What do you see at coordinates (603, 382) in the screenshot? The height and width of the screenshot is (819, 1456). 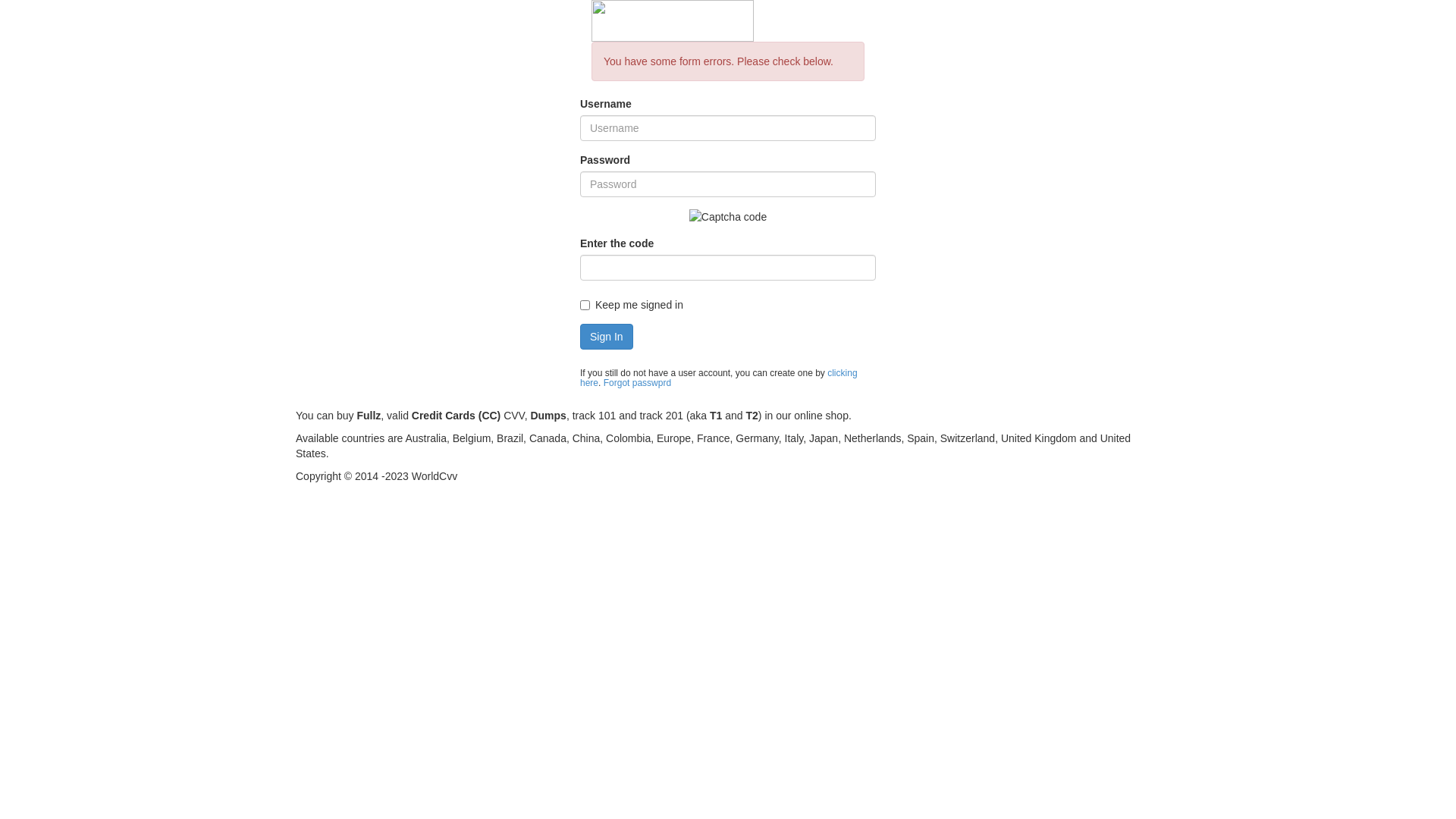 I see `'Forgot passwprd'` at bounding box center [603, 382].